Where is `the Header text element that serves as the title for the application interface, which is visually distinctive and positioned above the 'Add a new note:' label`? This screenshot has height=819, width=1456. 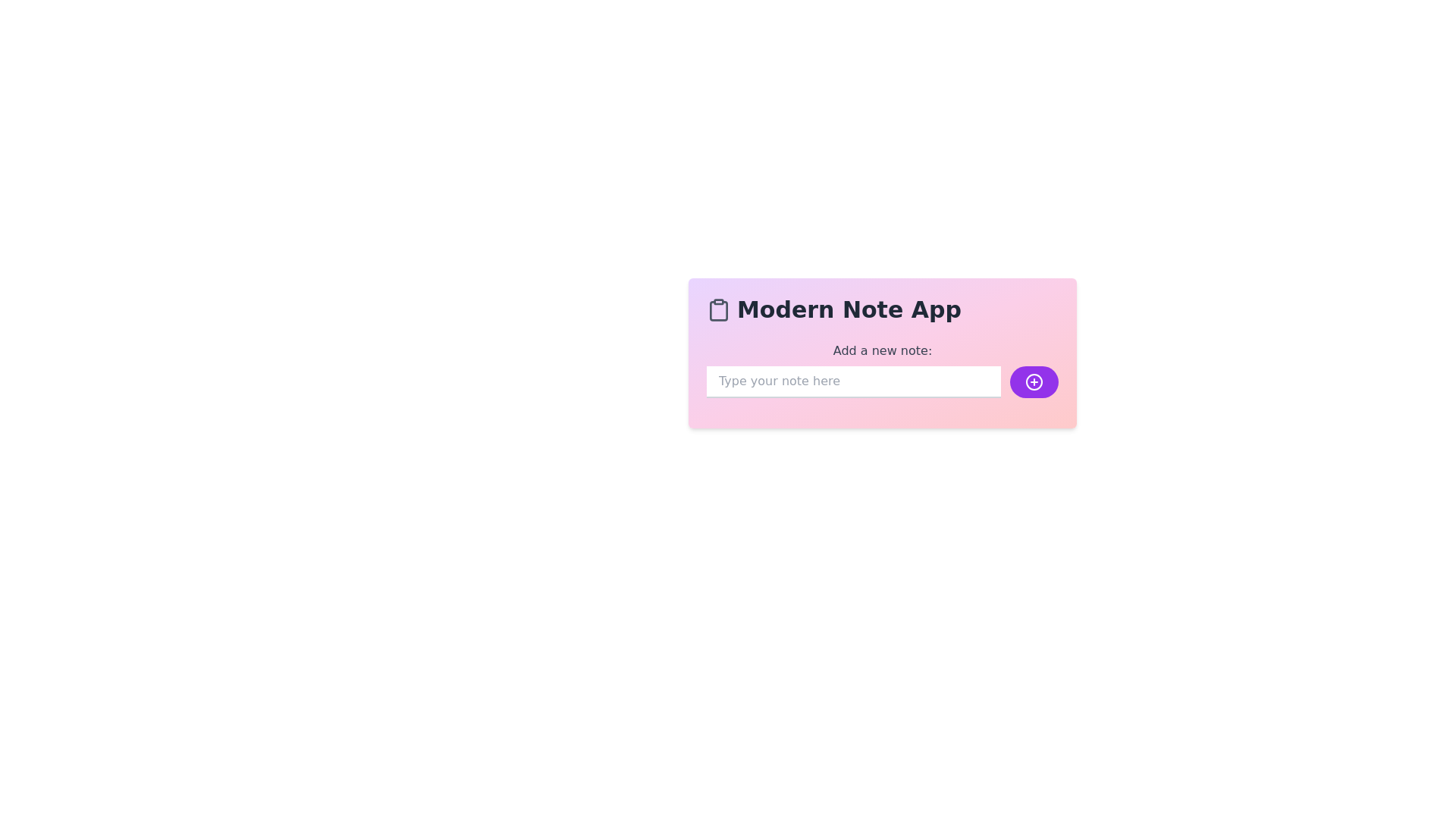
the Header text element that serves as the title for the application interface, which is visually distinctive and positioned above the 'Add a new note:' label is located at coordinates (882, 309).